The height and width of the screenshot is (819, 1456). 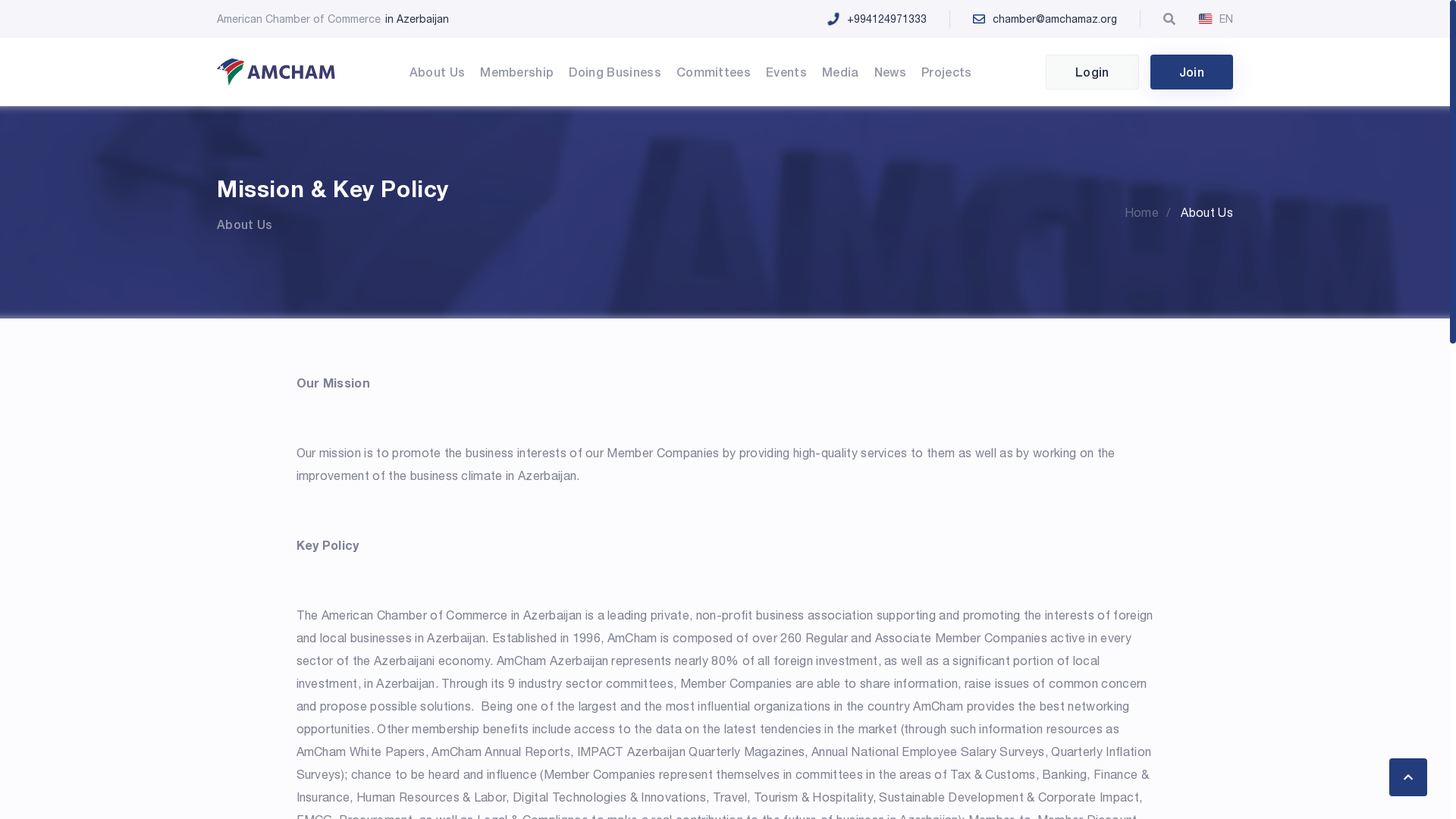 I want to click on 'About Us', so click(x=1179, y=212).